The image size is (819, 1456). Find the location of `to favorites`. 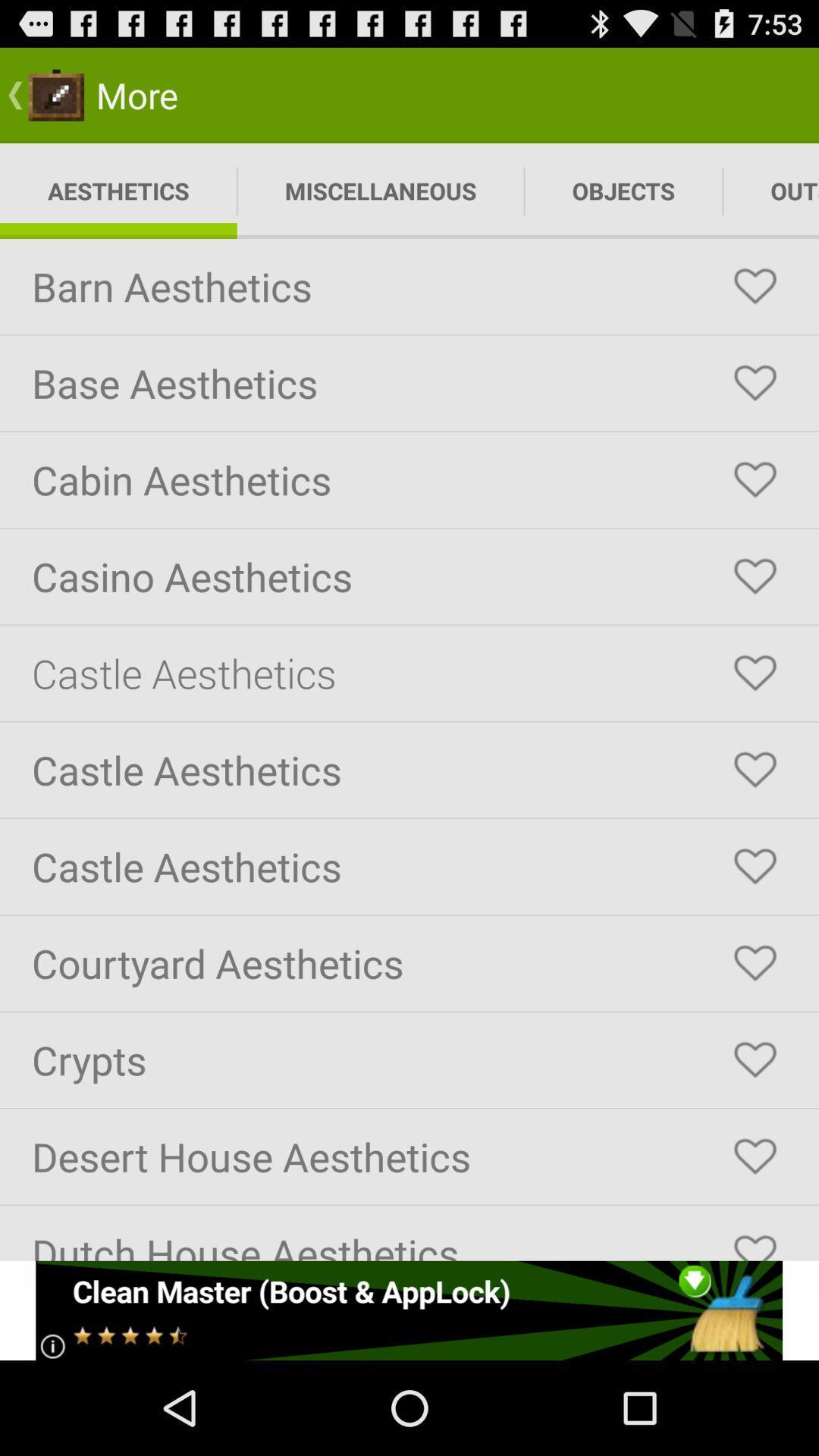

to favorites is located at coordinates (755, 287).